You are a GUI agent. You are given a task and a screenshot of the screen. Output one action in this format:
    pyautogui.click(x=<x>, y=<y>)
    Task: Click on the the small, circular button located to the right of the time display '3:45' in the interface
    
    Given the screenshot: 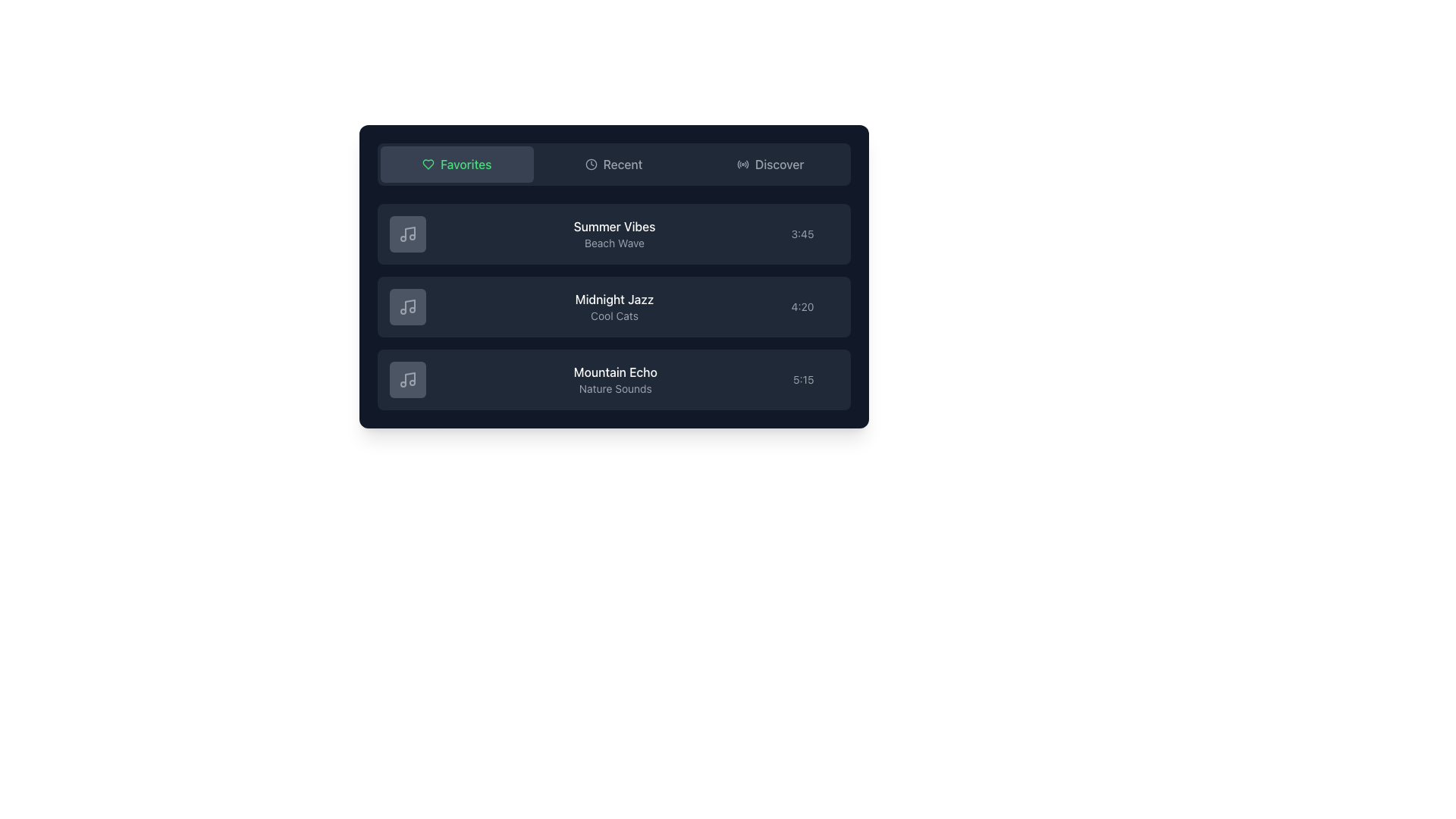 What is the action you would take?
    pyautogui.click(x=831, y=234)
    